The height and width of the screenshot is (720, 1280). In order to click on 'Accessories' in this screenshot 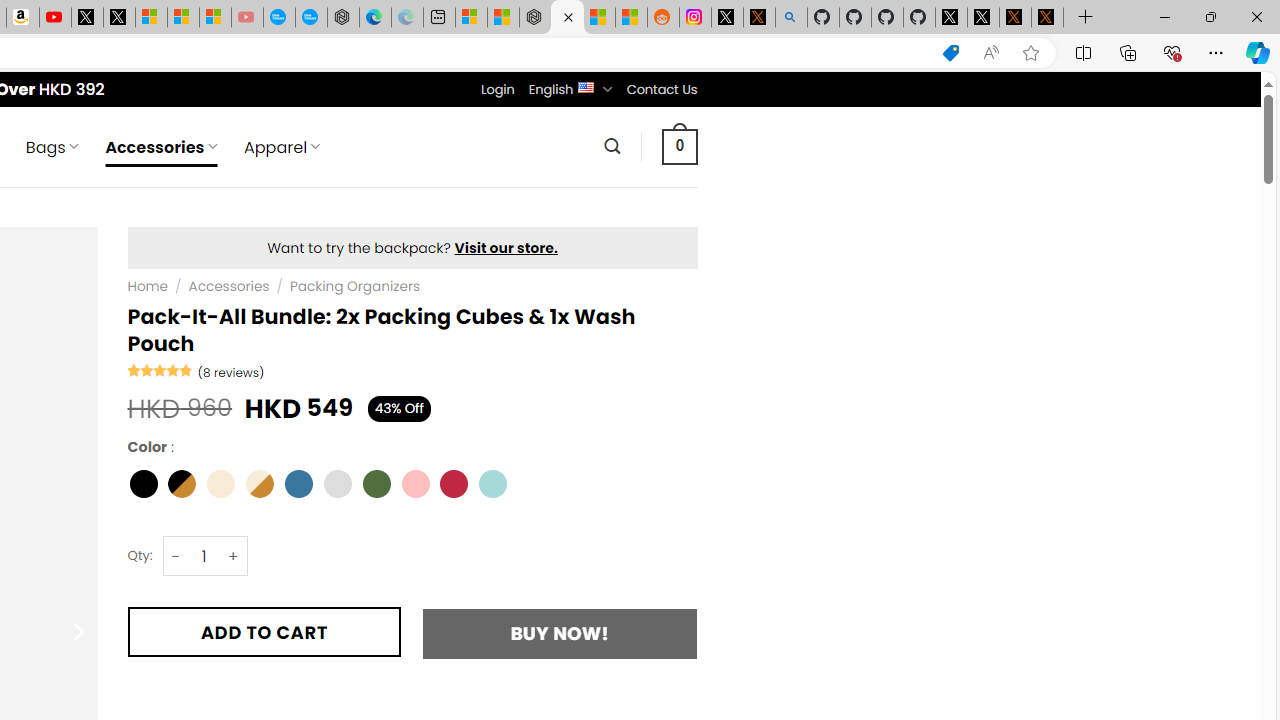, I will do `click(229, 286)`.